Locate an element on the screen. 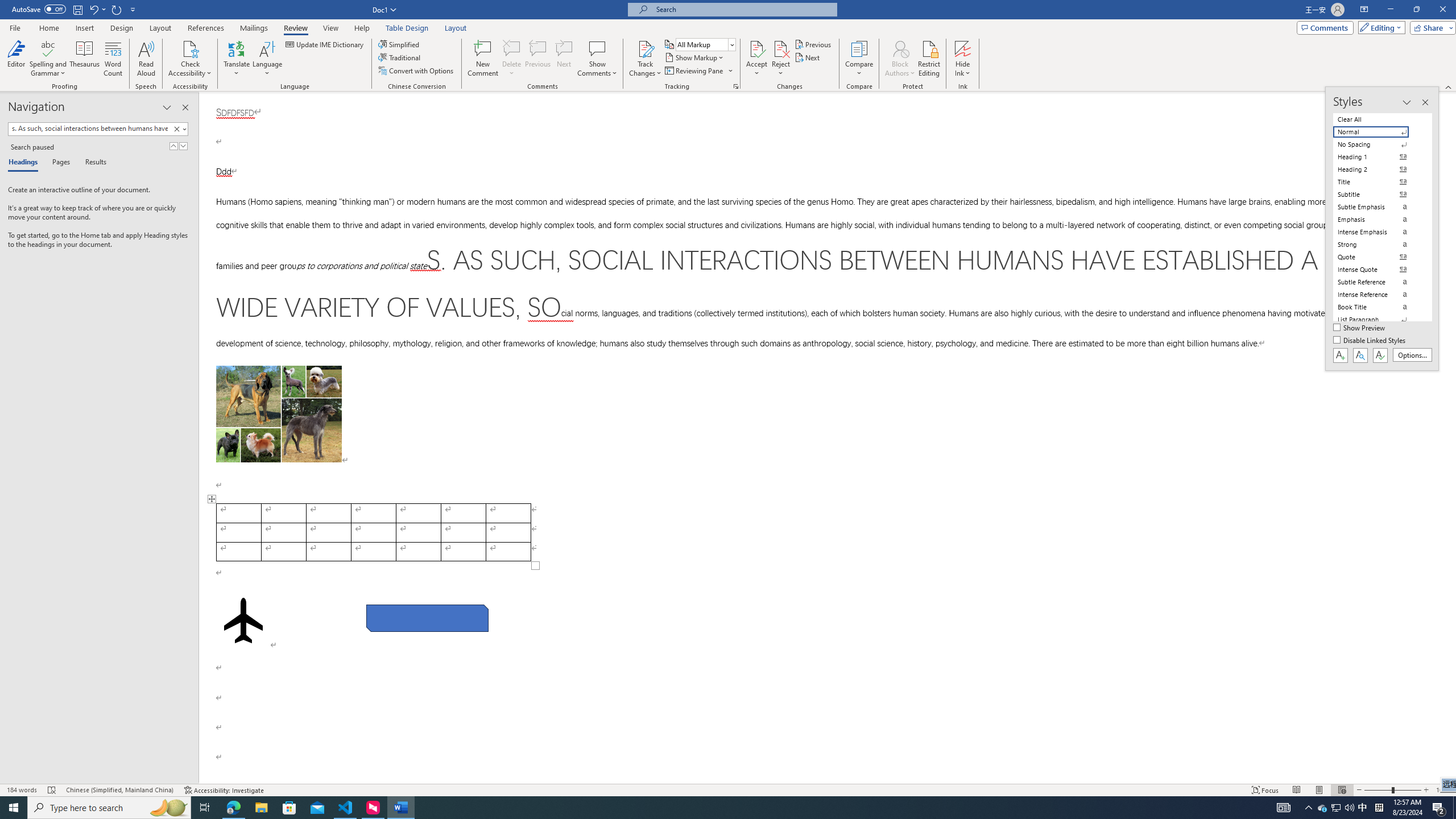 The height and width of the screenshot is (819, 1456). 'Clear' is located at coordinates (178, 128).